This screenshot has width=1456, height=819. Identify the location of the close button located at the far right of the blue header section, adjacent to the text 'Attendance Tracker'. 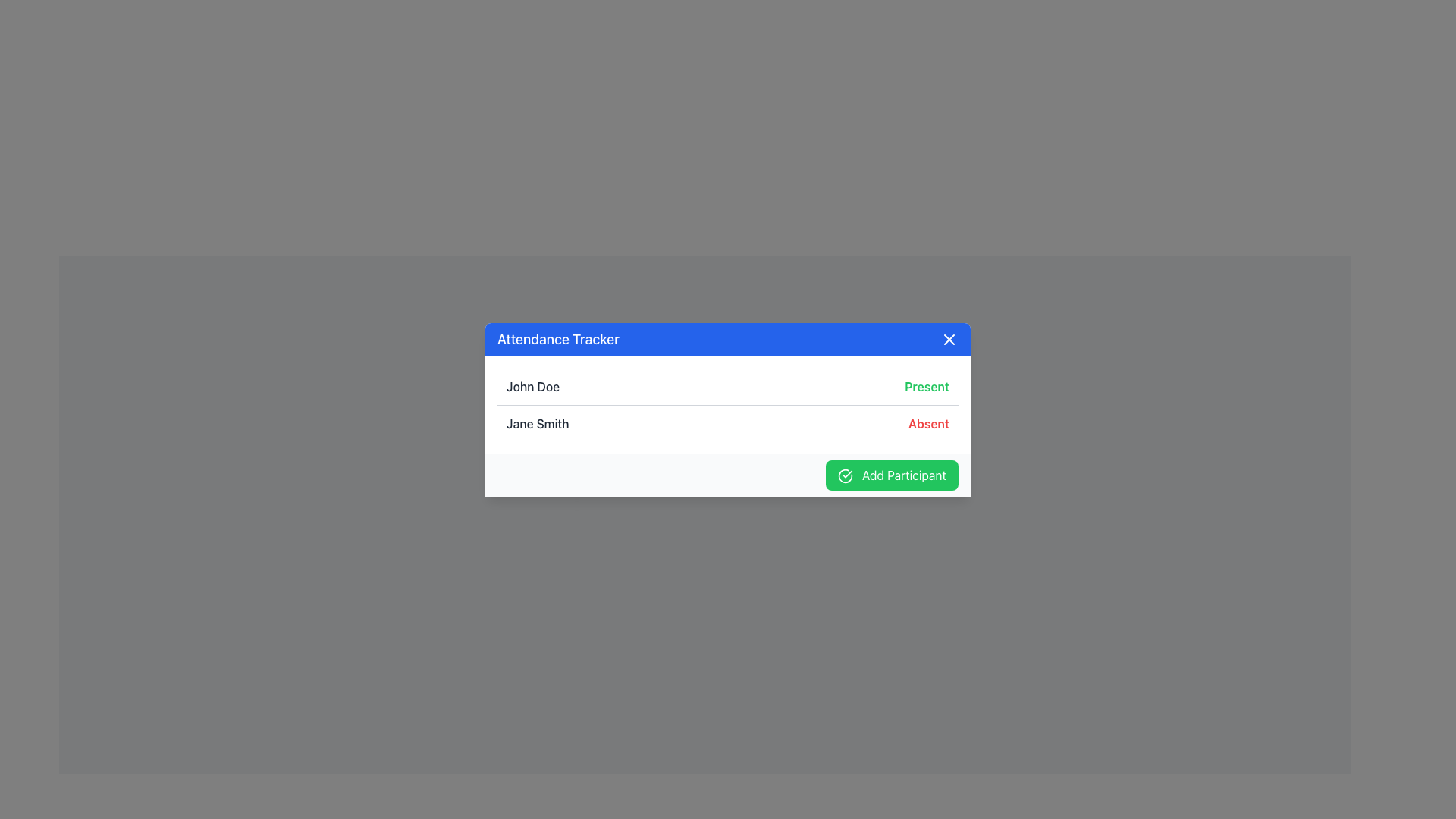
(949, 338).